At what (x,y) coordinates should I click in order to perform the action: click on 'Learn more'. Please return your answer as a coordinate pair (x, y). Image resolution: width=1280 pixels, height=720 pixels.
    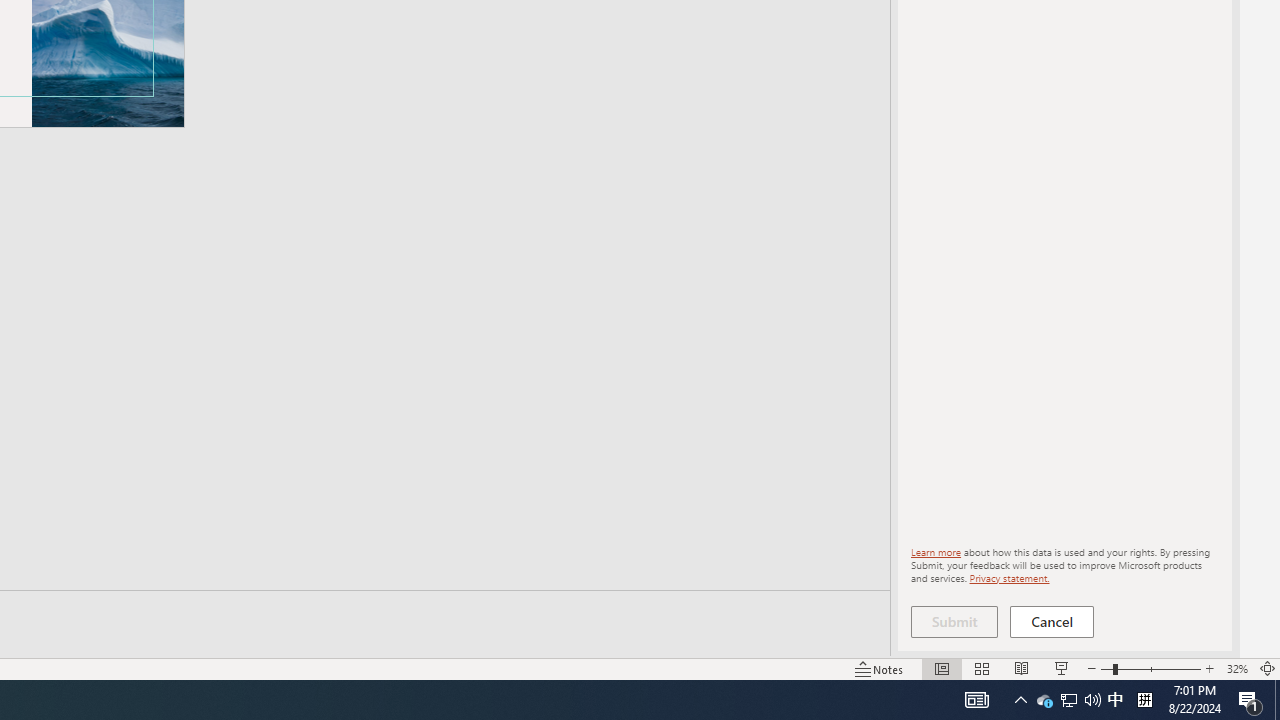
    Looking at the image, I should click on (935, 551).